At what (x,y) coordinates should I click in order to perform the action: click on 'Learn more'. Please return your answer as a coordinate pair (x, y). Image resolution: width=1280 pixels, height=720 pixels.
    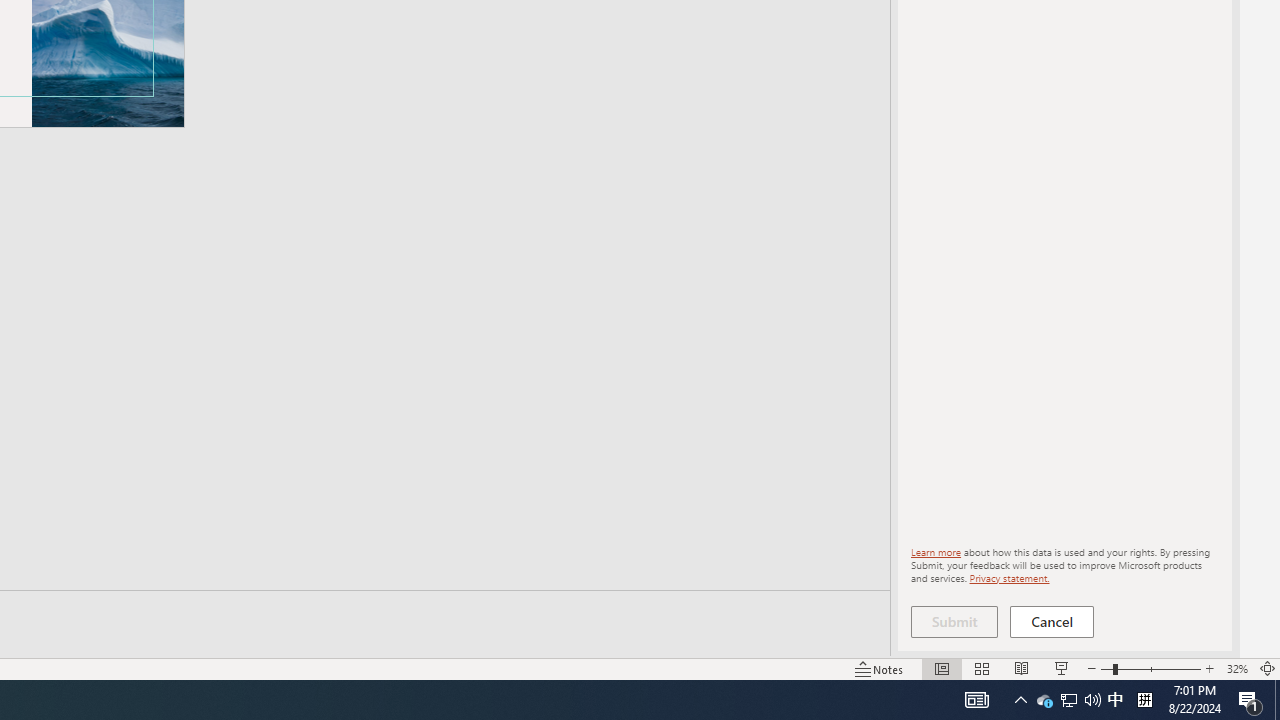
    Looking at the image, I should click on (935, 551).